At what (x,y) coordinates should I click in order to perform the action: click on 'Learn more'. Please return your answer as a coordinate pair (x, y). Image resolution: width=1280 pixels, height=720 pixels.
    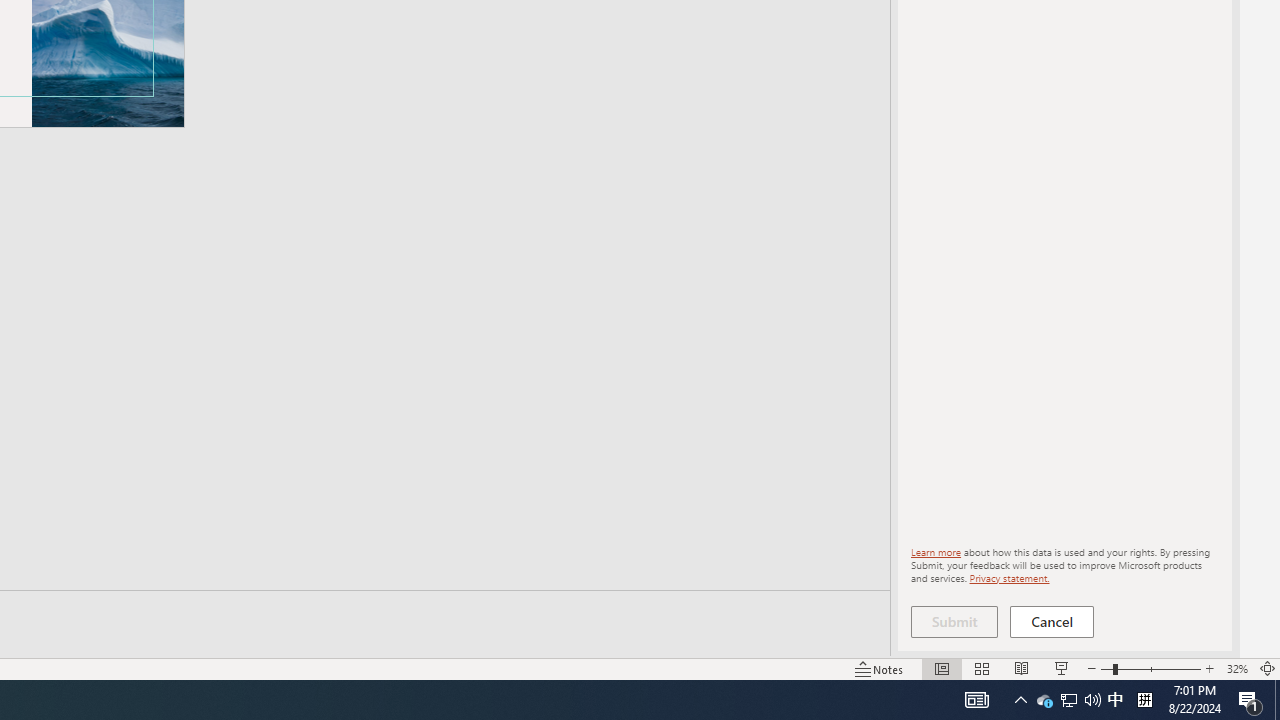
    Looking at the image, I should click on (935, 551).